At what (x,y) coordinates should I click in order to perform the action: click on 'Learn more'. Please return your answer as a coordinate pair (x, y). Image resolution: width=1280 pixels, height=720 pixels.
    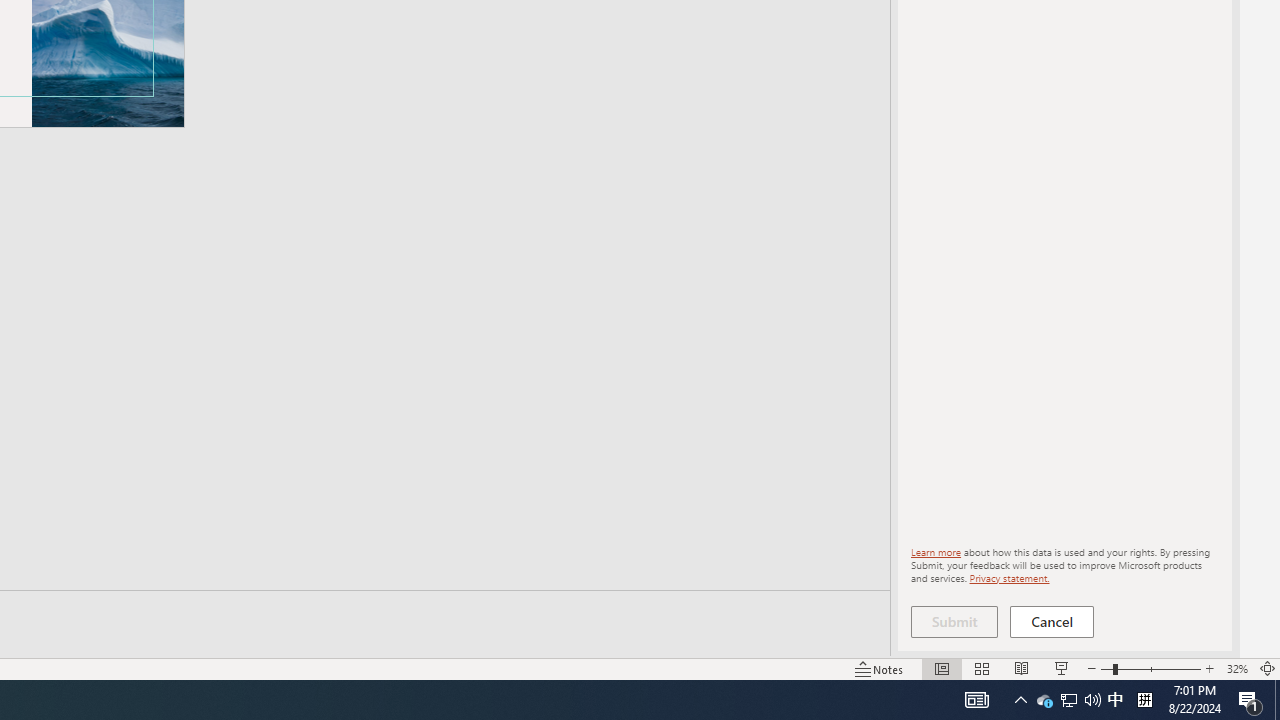
    Looking at the image, I should click on (935, 551).